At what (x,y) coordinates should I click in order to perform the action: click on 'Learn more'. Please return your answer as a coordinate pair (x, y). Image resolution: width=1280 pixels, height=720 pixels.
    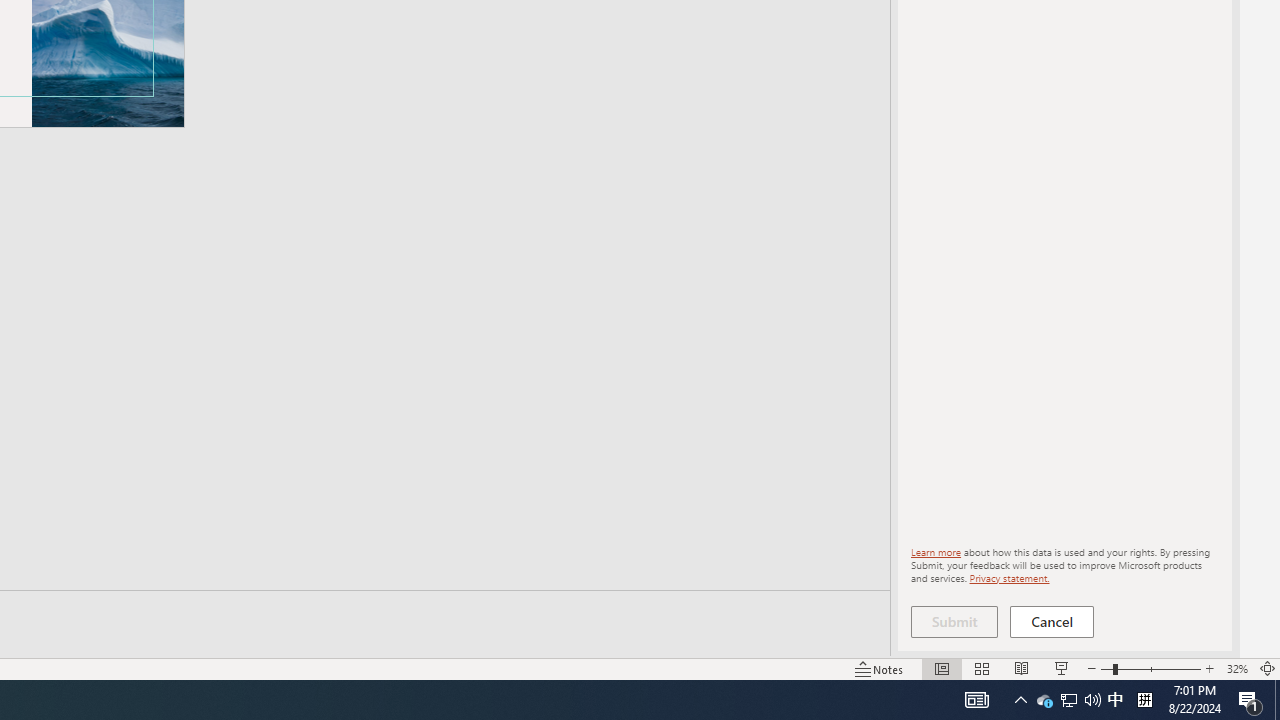
    Looking at the image, I should click on (935, 551).